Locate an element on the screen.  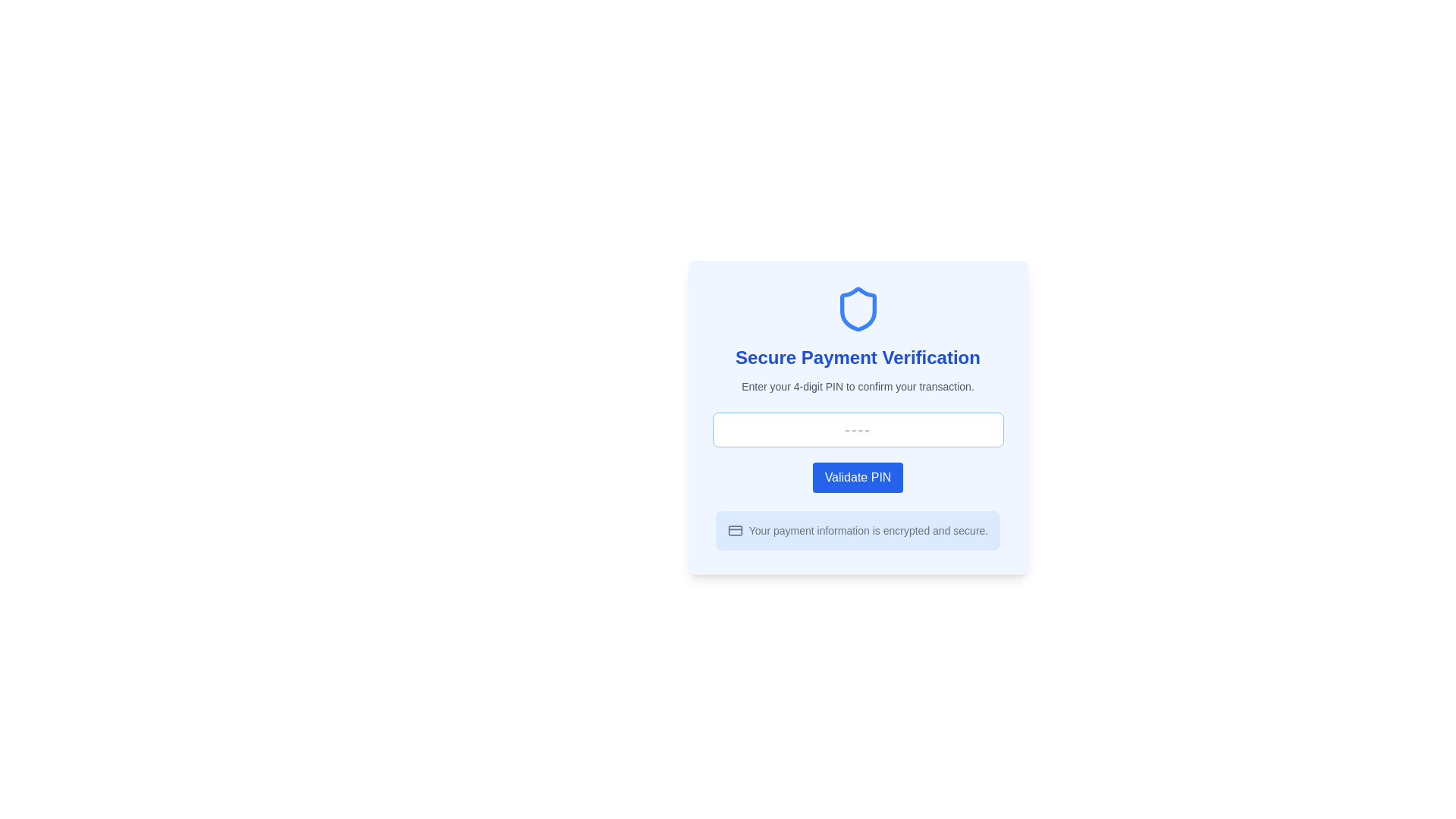
the blue credit card styled vector icon located to the left of the text 'Your payment information is encrypted and secure.' in the notification bar is located at coordinates (735, 529).